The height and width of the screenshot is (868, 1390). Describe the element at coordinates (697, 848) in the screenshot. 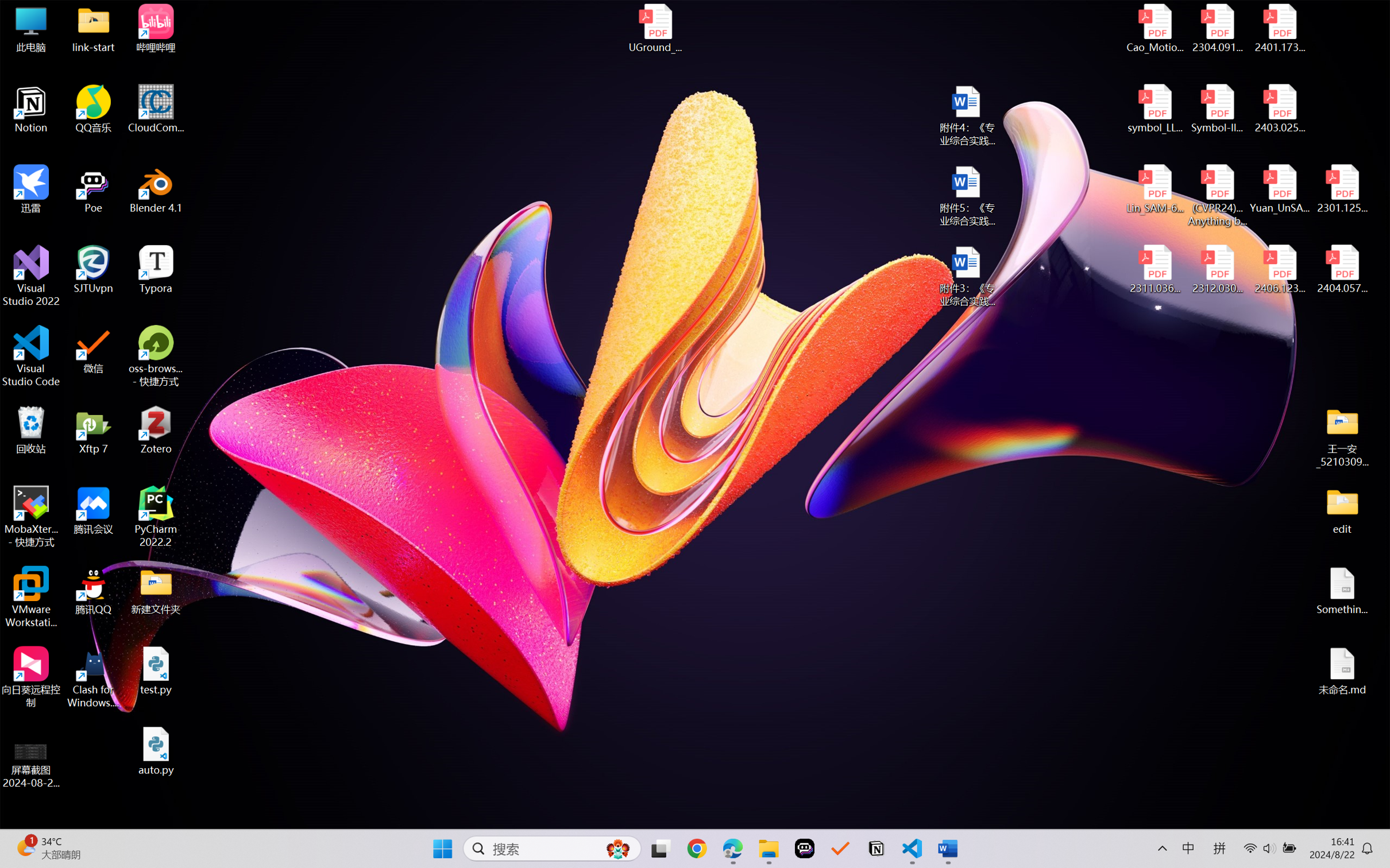

I see `'Google Chrome'` at that location.